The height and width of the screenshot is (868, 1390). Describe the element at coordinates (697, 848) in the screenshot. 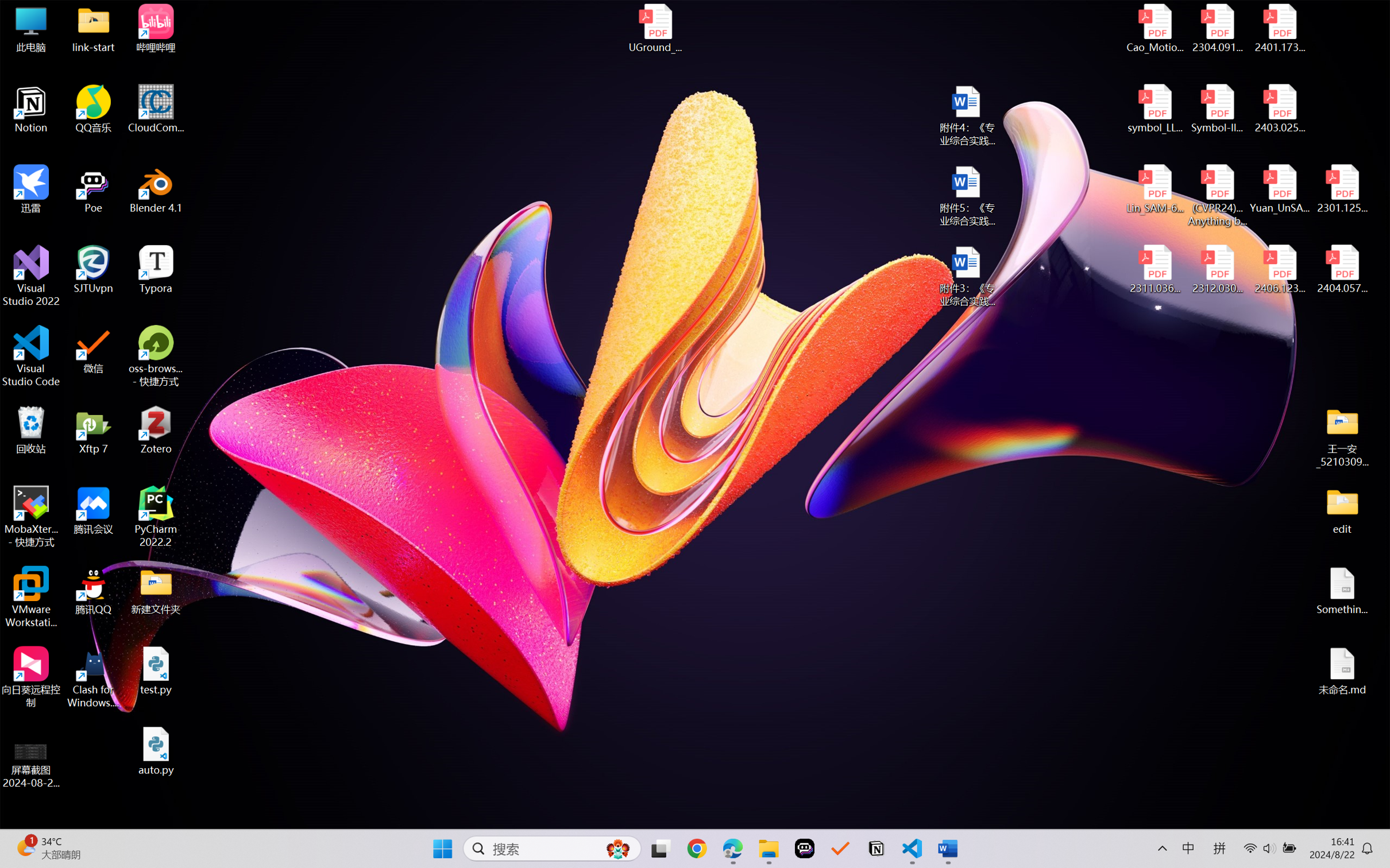

I see `'Google Chrome'` at that location.